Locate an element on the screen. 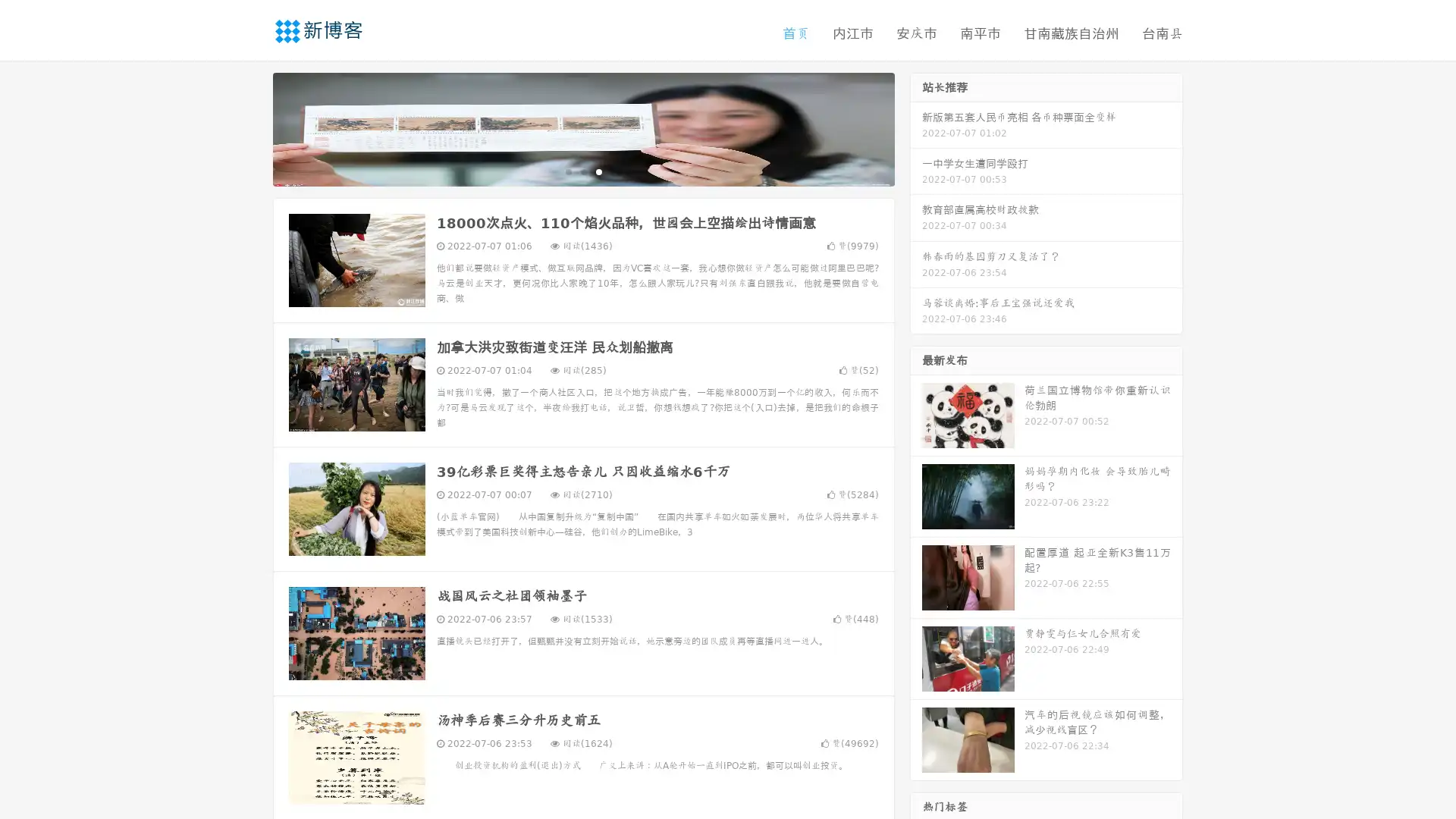  Next slide is located at coordinates (916, 127).